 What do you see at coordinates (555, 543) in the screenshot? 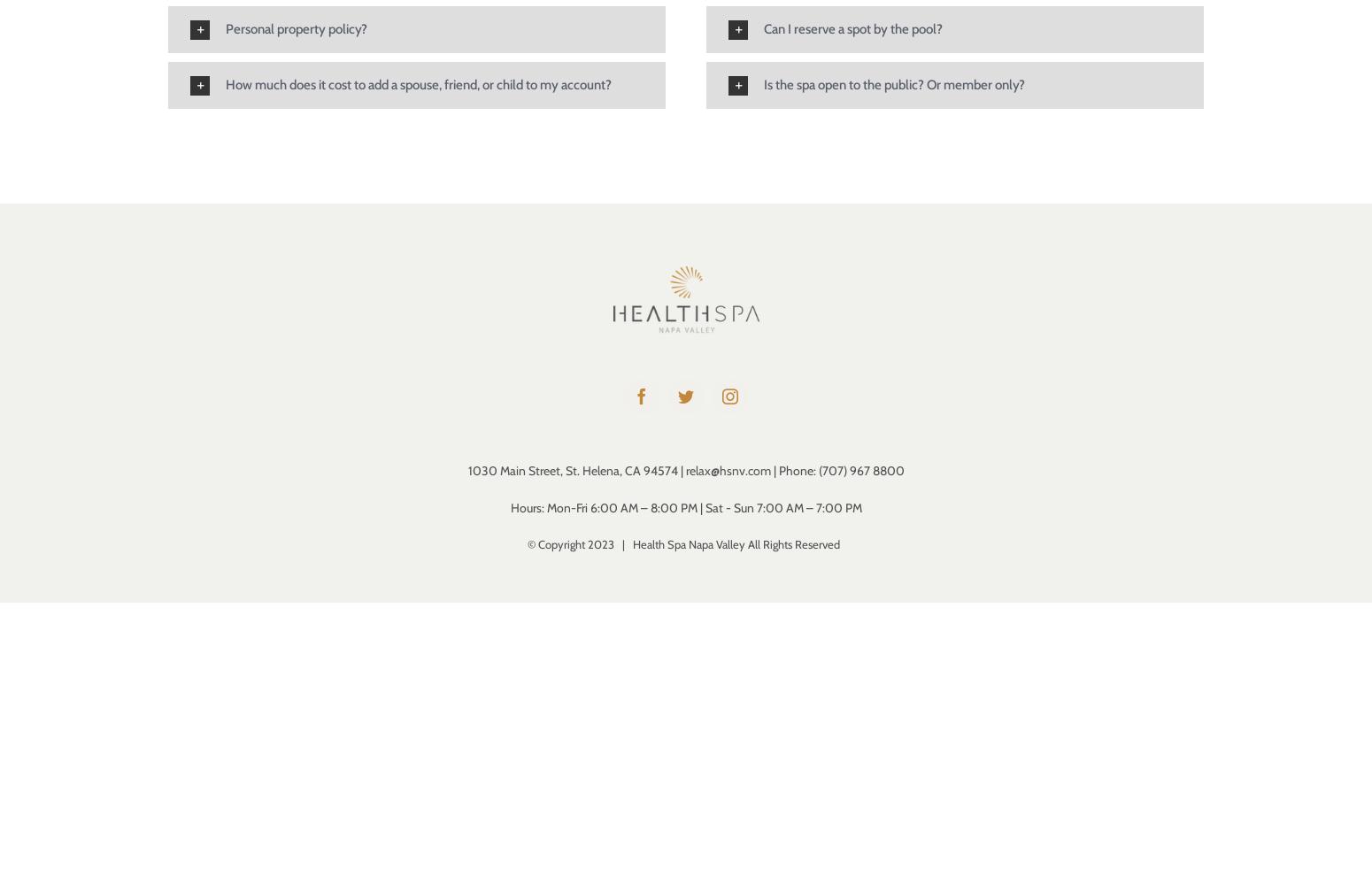
I see `'© Copyright'` at bounding box center [555, 543].